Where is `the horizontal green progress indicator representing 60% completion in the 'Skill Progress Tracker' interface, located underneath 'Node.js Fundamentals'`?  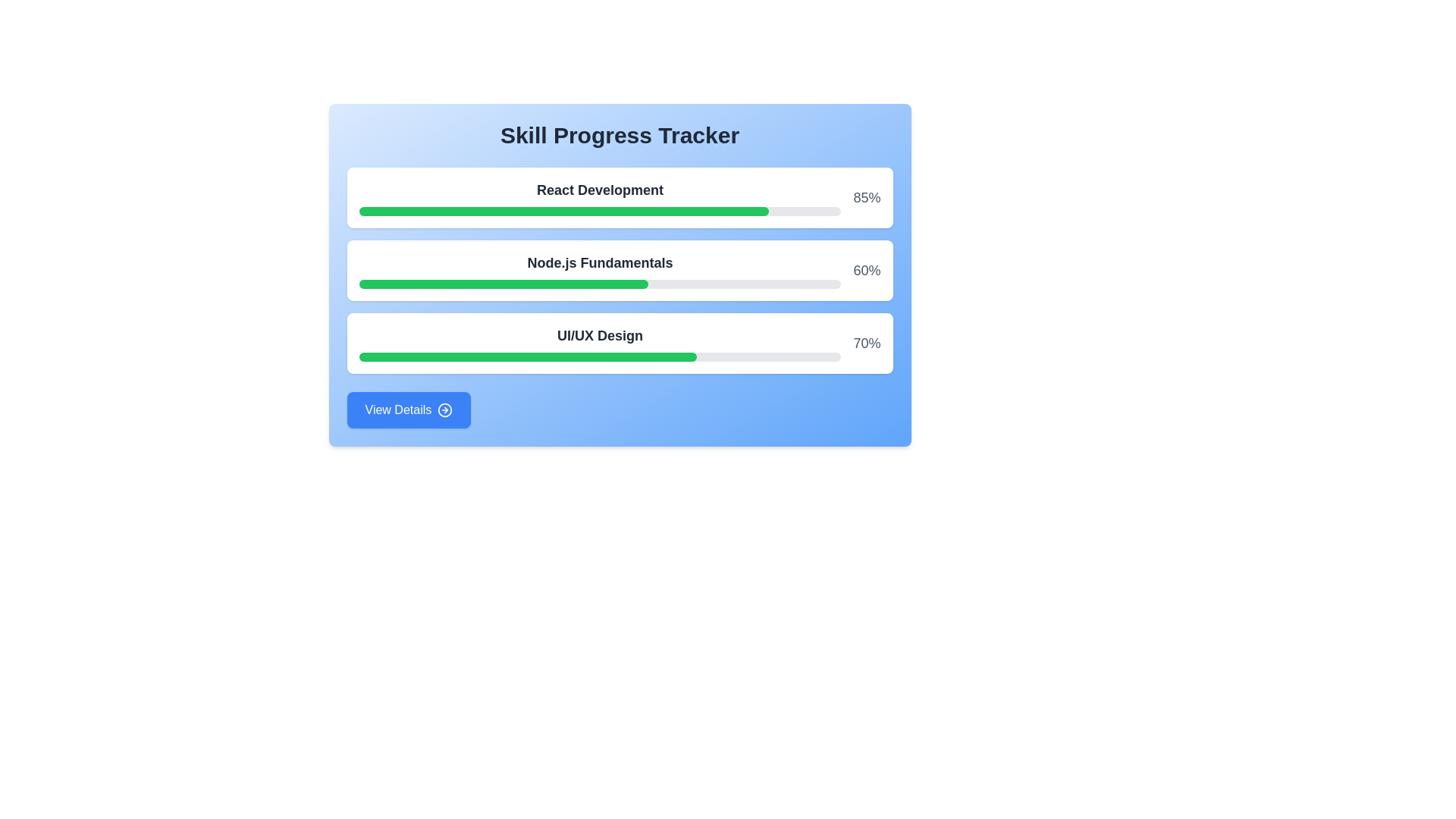
the horizontal green progress indicator representing 60% completion in the 'Skill Progress Tracker' interface, located underneath 'Node.js Fundamentals' is located at coordinates (504, 284).